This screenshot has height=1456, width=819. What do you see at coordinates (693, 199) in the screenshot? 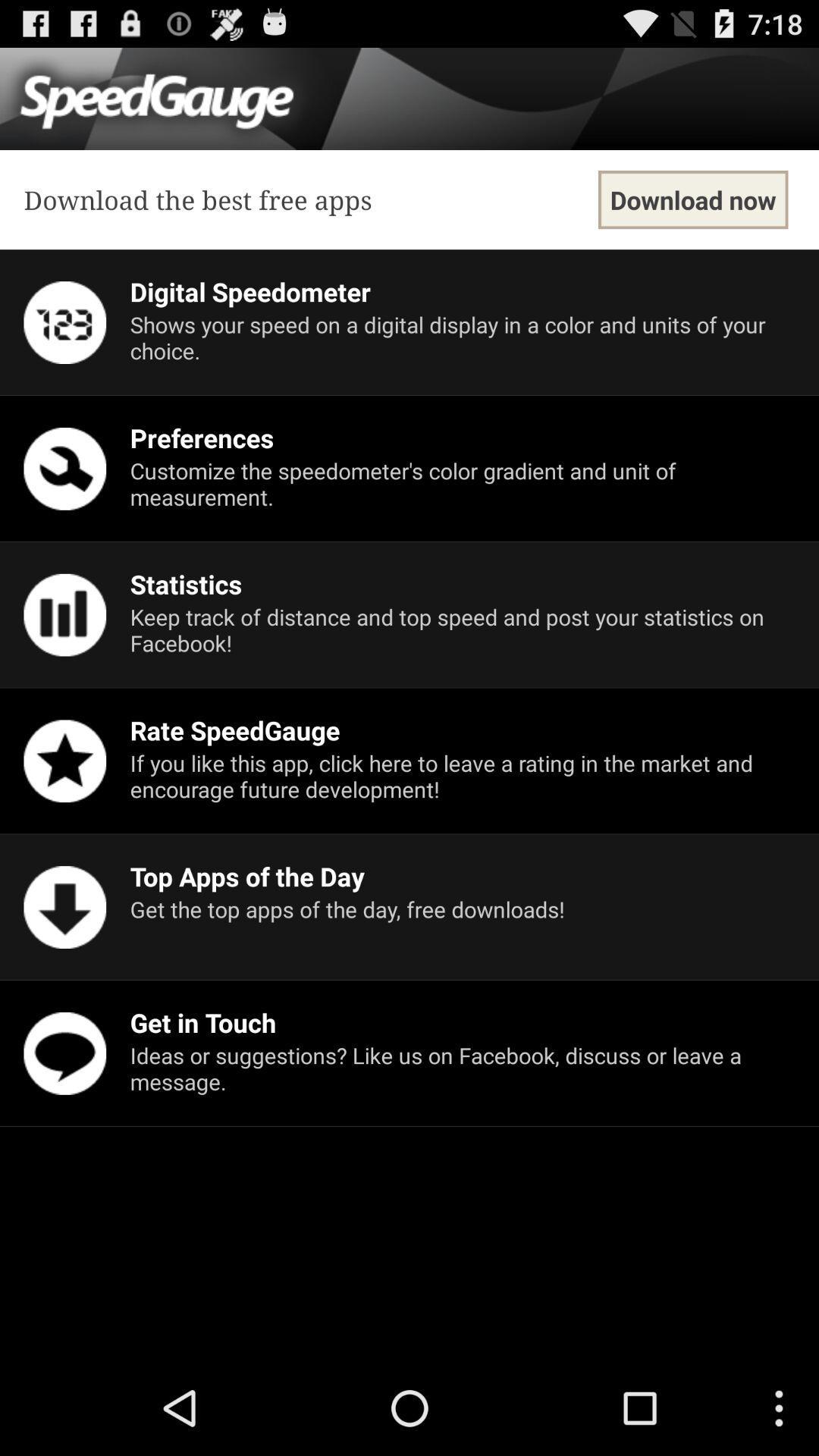
I see `app above the digital speedometer item` at bounding box center [693, 199].